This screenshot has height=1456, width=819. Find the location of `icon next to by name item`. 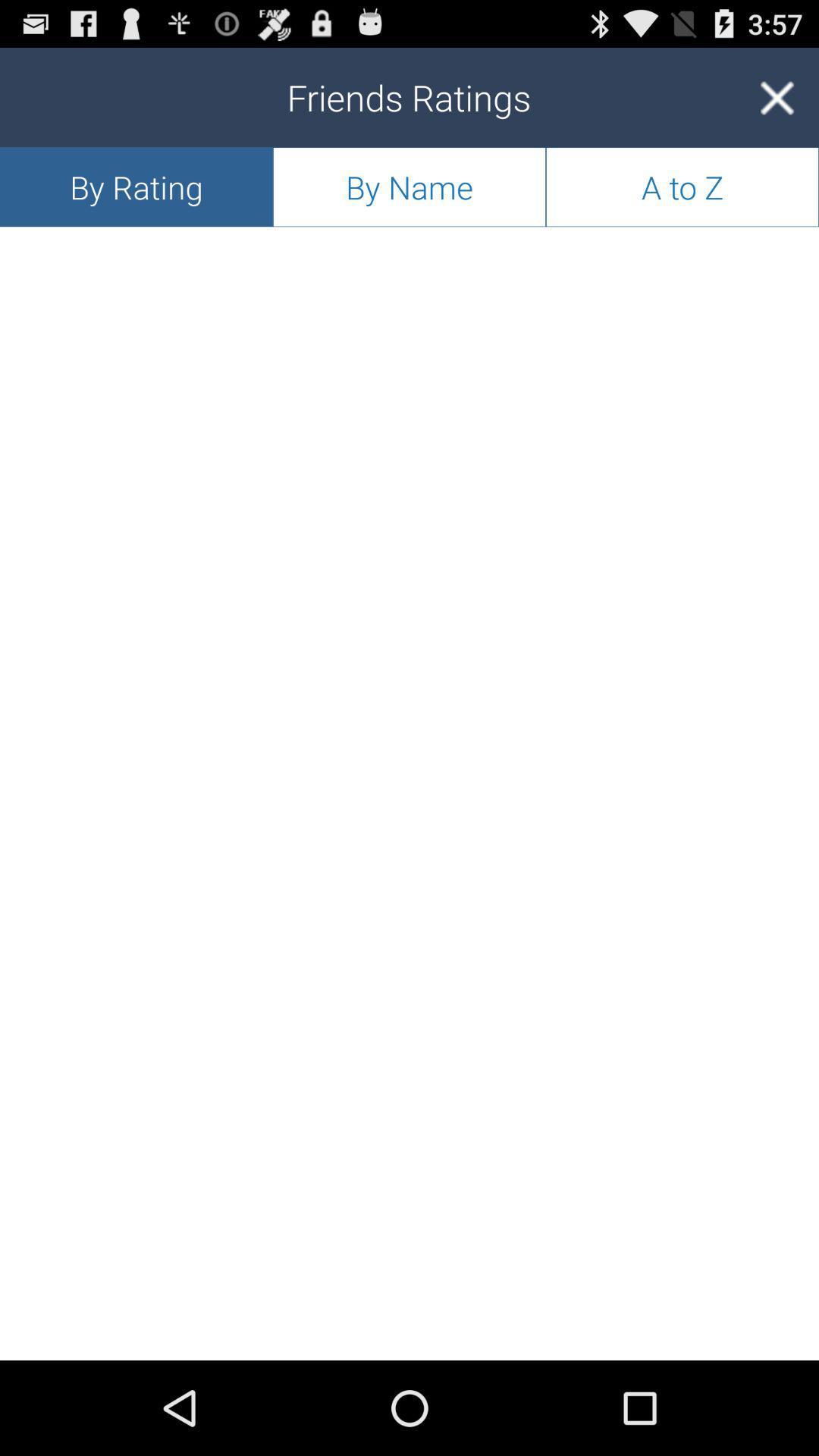

icon next to by name item is located at coordinates (136, 186).